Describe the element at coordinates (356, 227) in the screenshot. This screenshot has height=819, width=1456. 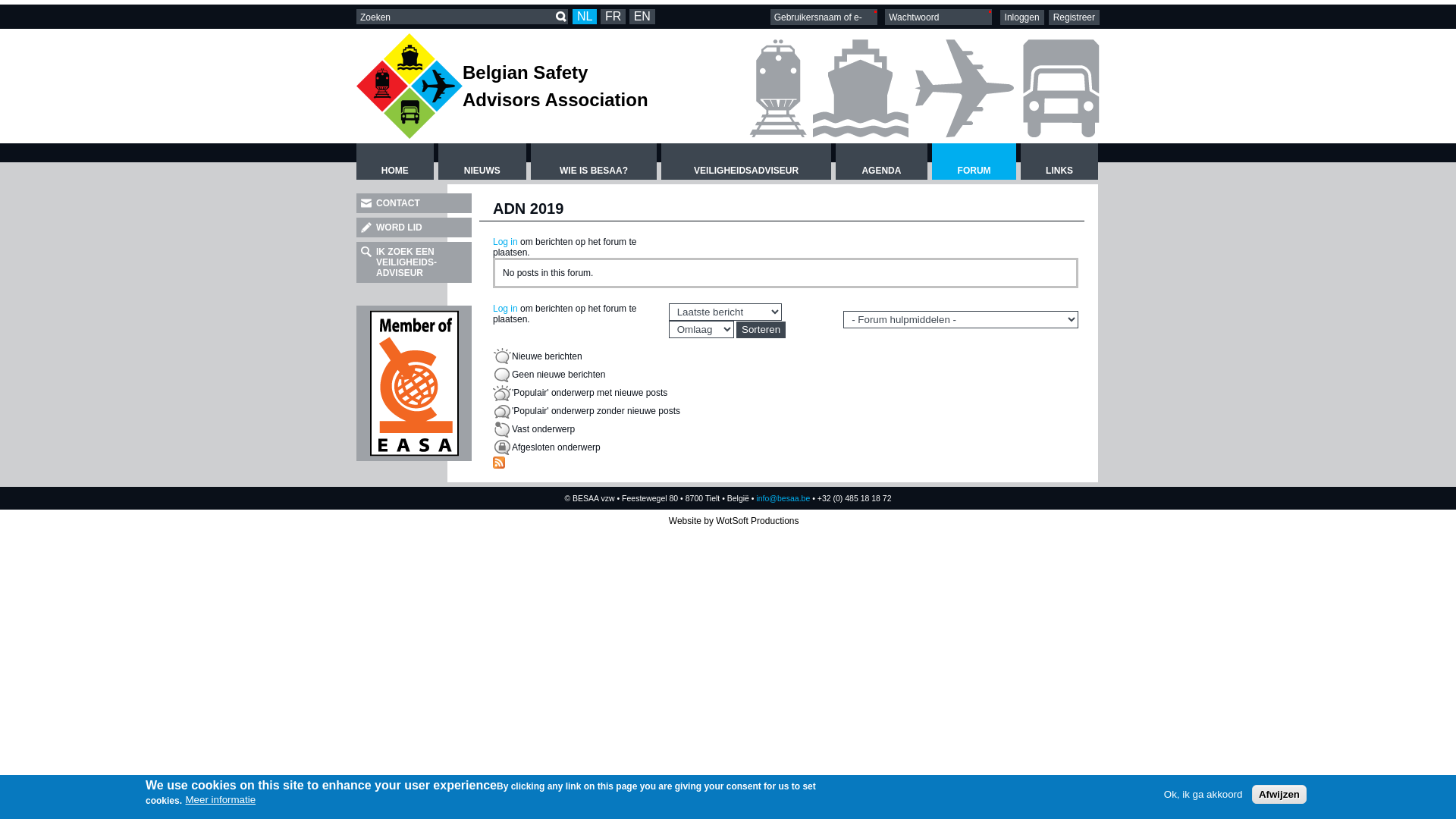
I see `'WORD LID'` at that location.